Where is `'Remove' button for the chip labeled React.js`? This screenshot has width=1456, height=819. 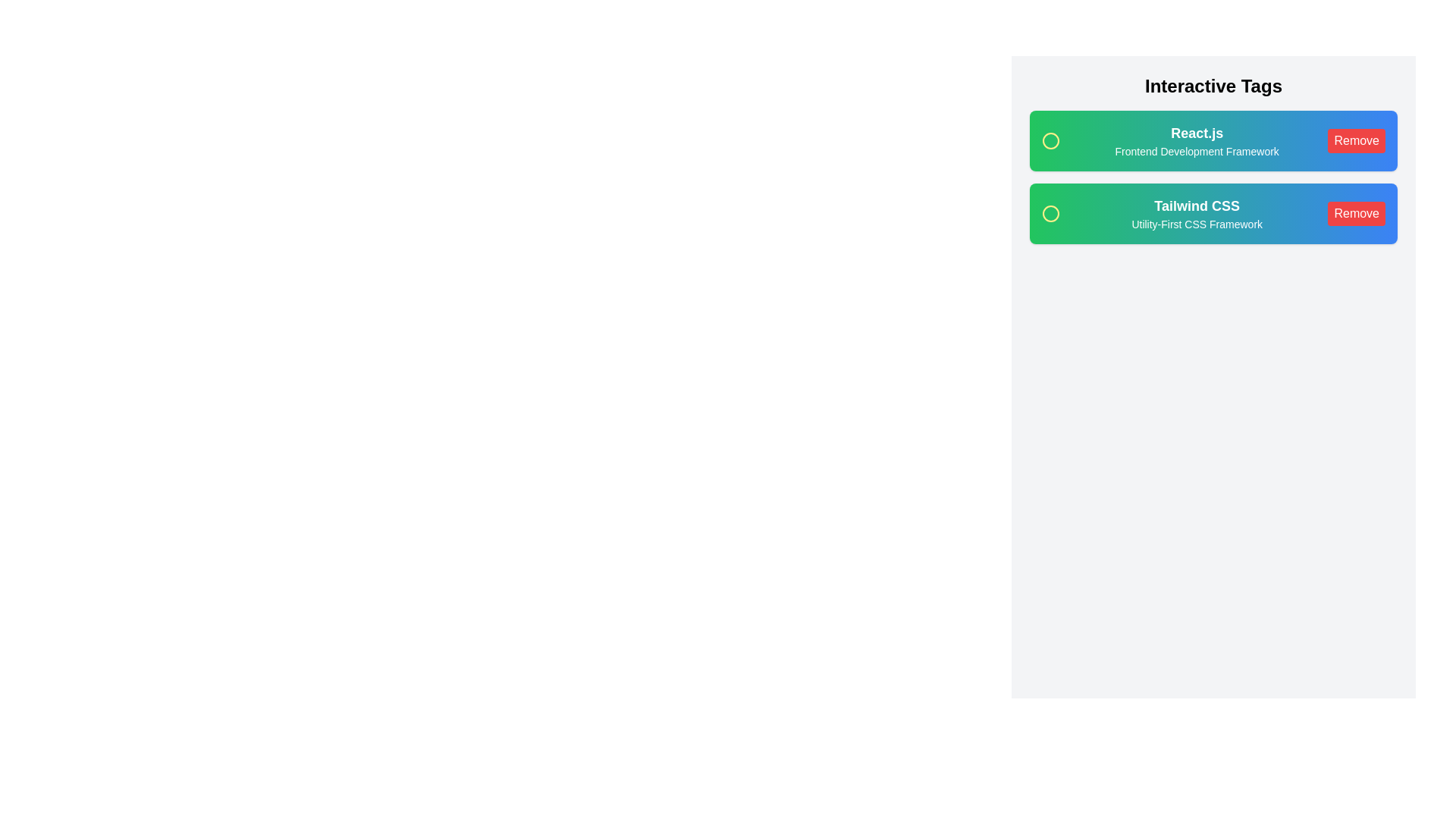 'Remove' button for the chip labeled React.js is located at coordinates (1357, 140).